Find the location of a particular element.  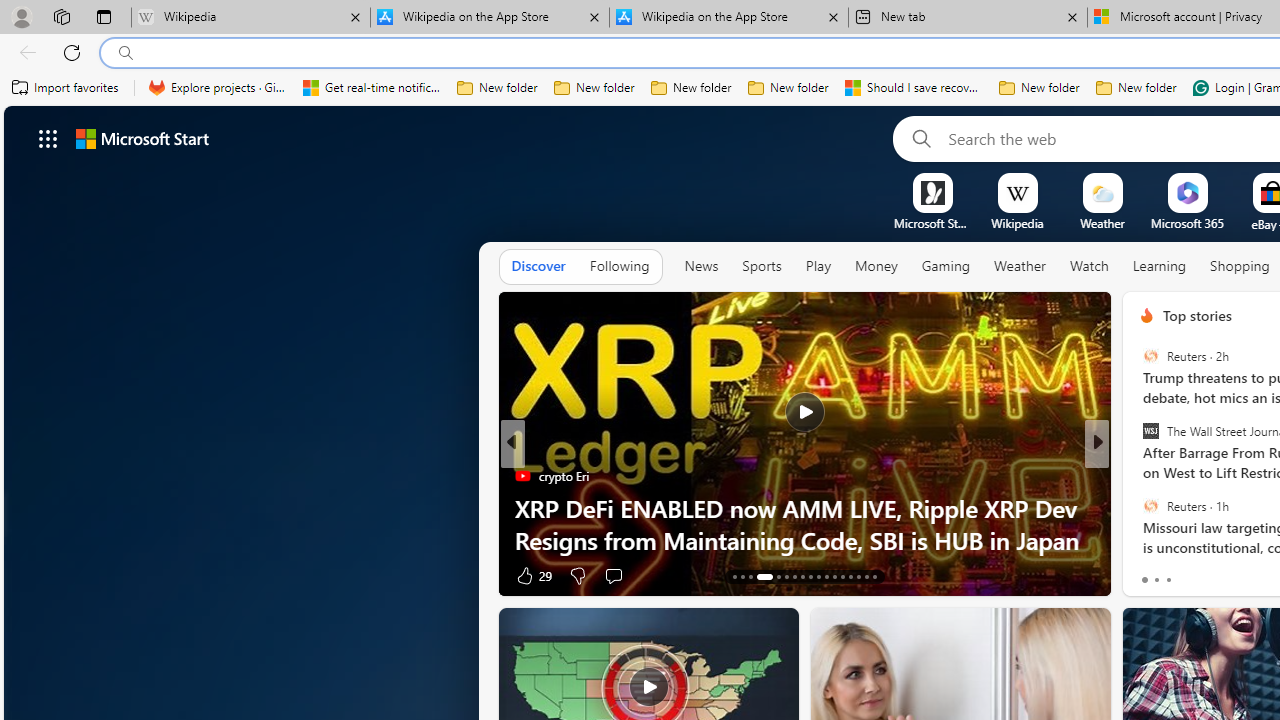

'Reuters' is located at coordinates (1150, 504).